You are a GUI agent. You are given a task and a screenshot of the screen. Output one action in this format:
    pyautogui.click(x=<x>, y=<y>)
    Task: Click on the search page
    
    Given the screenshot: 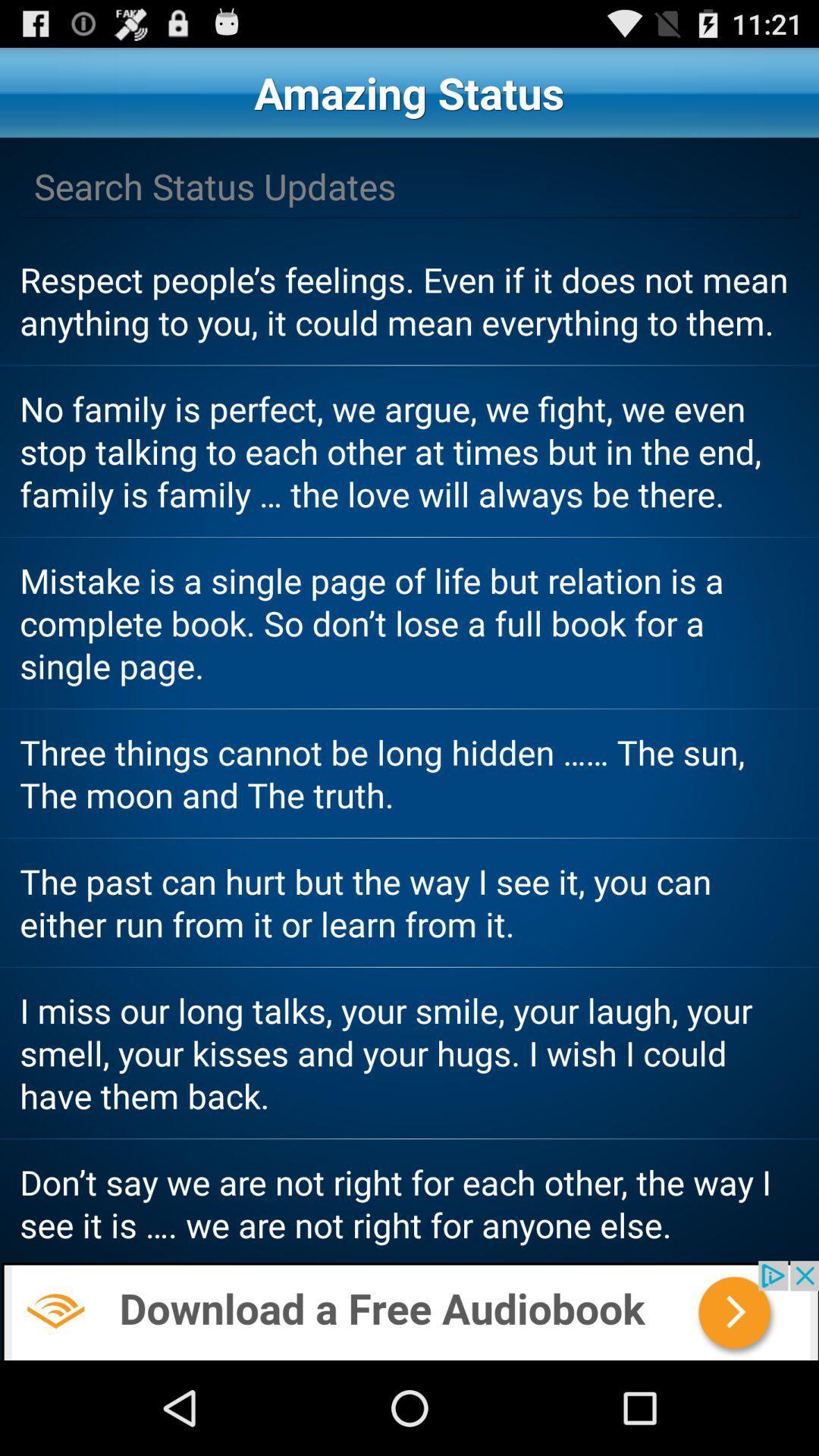 What is the action you would take?
    pyautogui.click(x=409, y=186)
    